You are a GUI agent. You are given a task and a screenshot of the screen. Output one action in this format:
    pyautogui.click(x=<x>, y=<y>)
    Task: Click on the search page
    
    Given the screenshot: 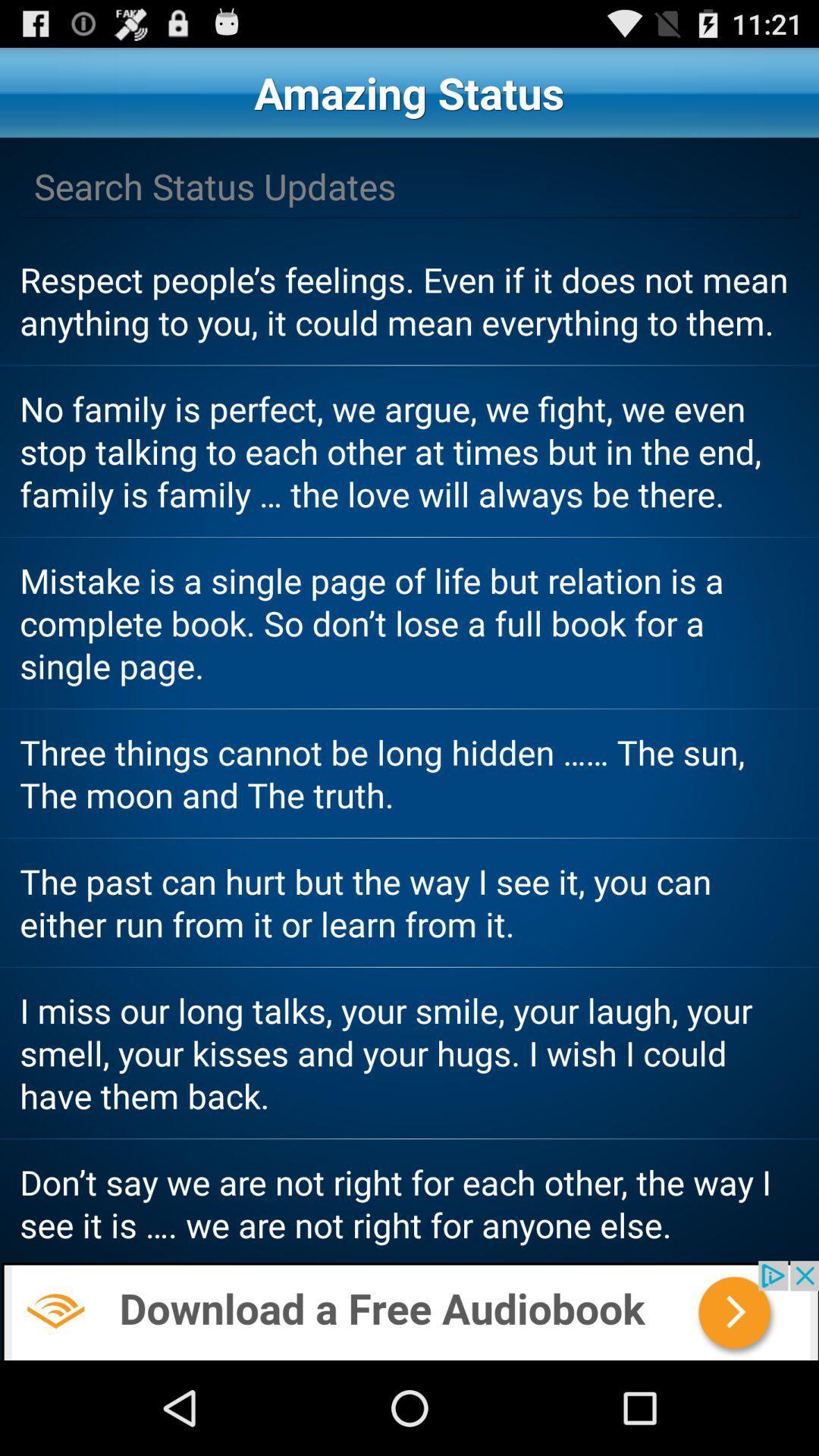 What is the action you would take?
    pyautogui.click(x=409, y=186)
    